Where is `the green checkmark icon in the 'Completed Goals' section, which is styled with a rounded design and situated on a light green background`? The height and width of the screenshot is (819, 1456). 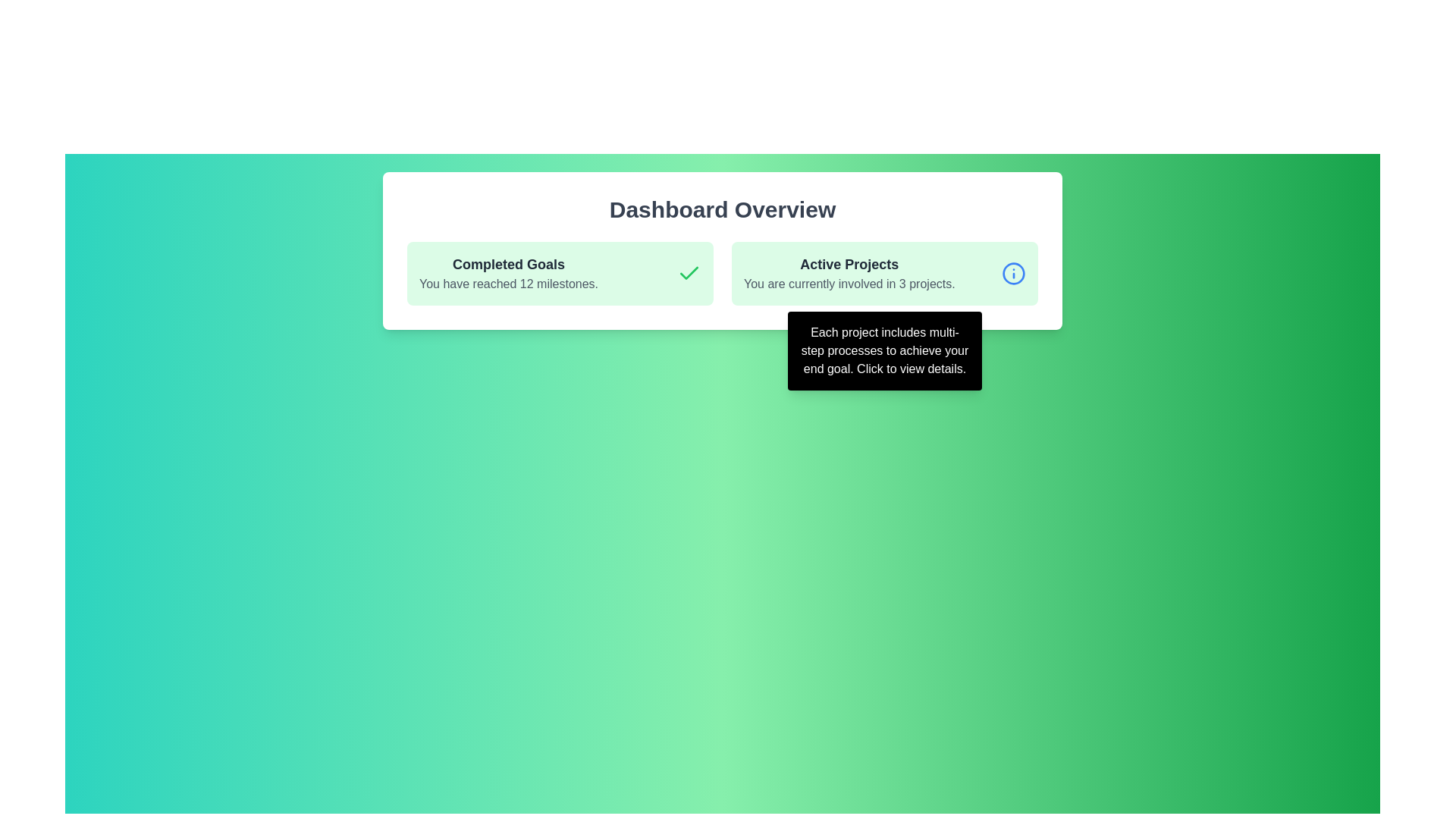 the green checkmark icon in the 'Completed Goals' section, which is styled with a rounded design and situated on a light green background is located at coordinates (688, 274).